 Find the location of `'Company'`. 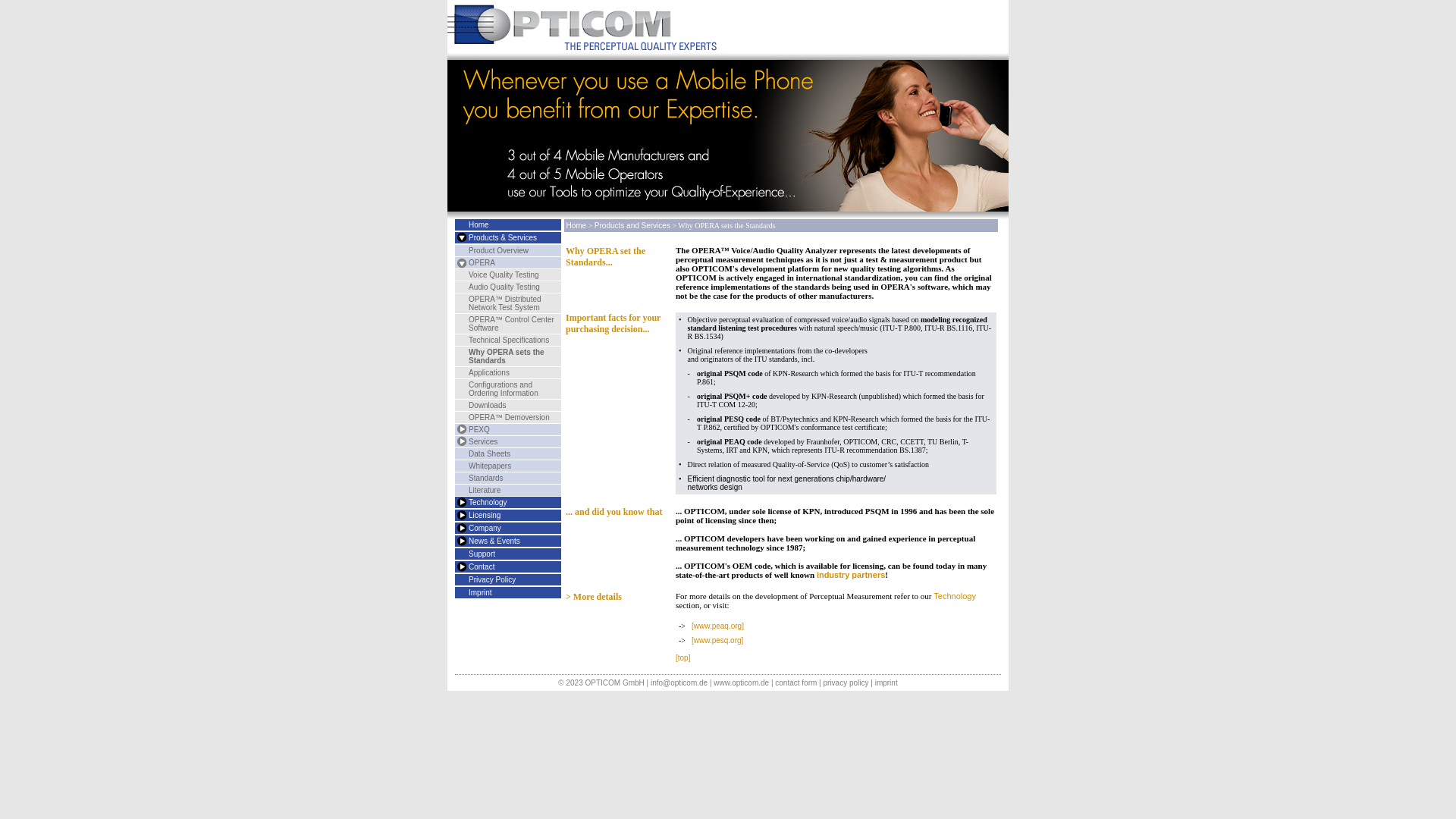

'Company' is located at coordinates (459, 527).